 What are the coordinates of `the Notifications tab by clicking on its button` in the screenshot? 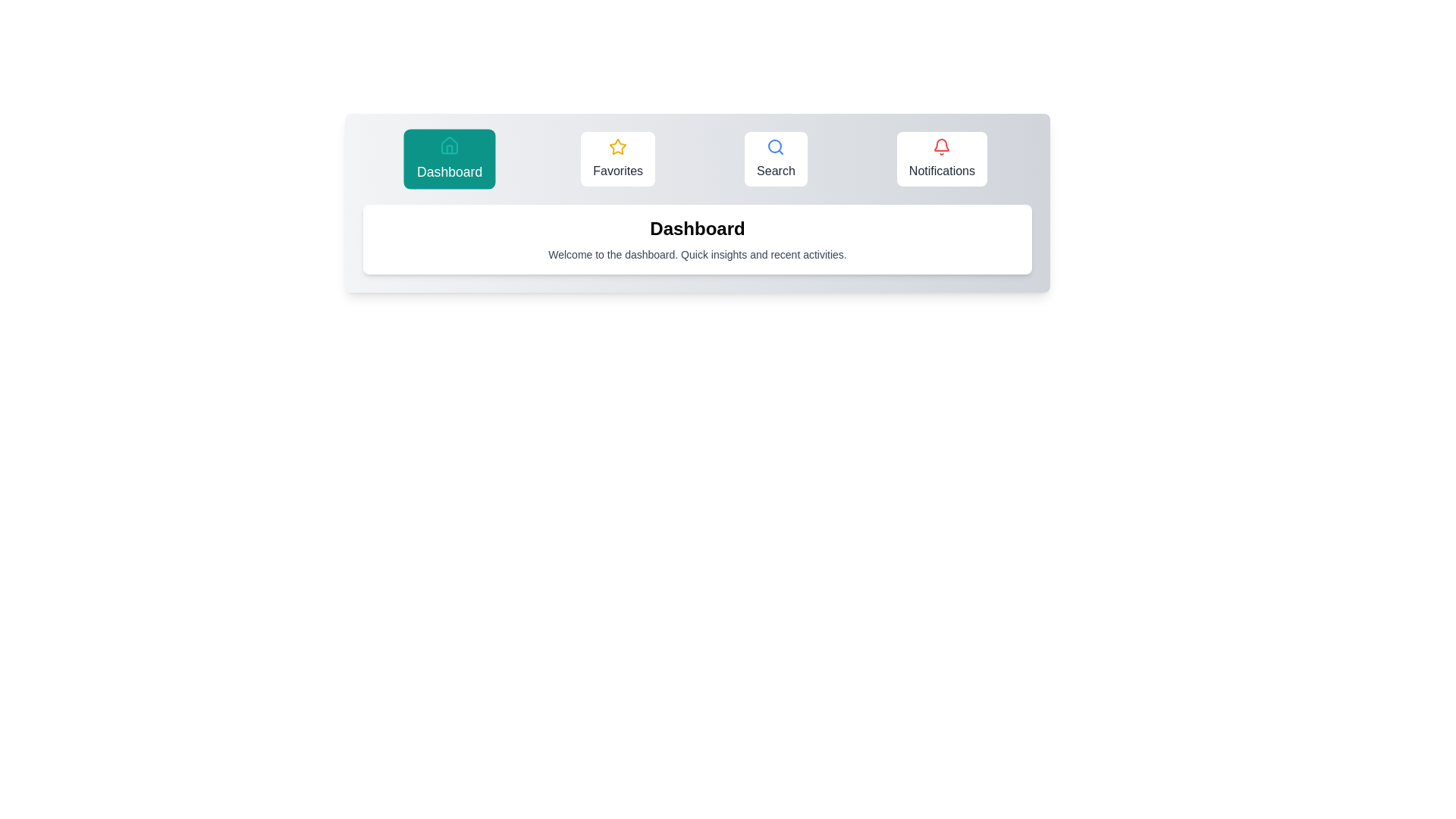 It's located at (941, 158).